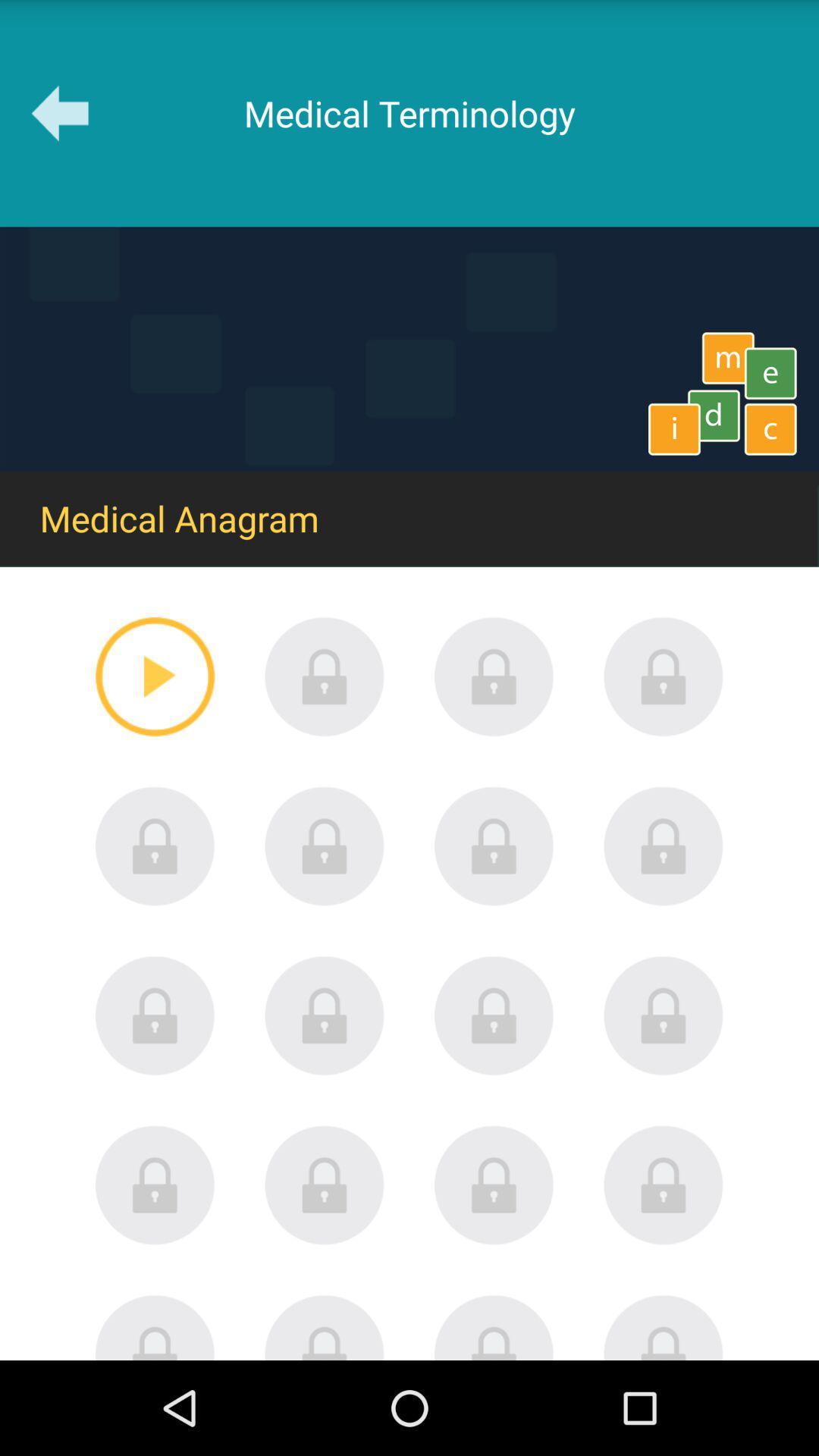 The image size is (819, 1456). What do you see at coordinates (494, 846) in the screenshot?
I see `padlock blocked` at bounding box center [494, 846].